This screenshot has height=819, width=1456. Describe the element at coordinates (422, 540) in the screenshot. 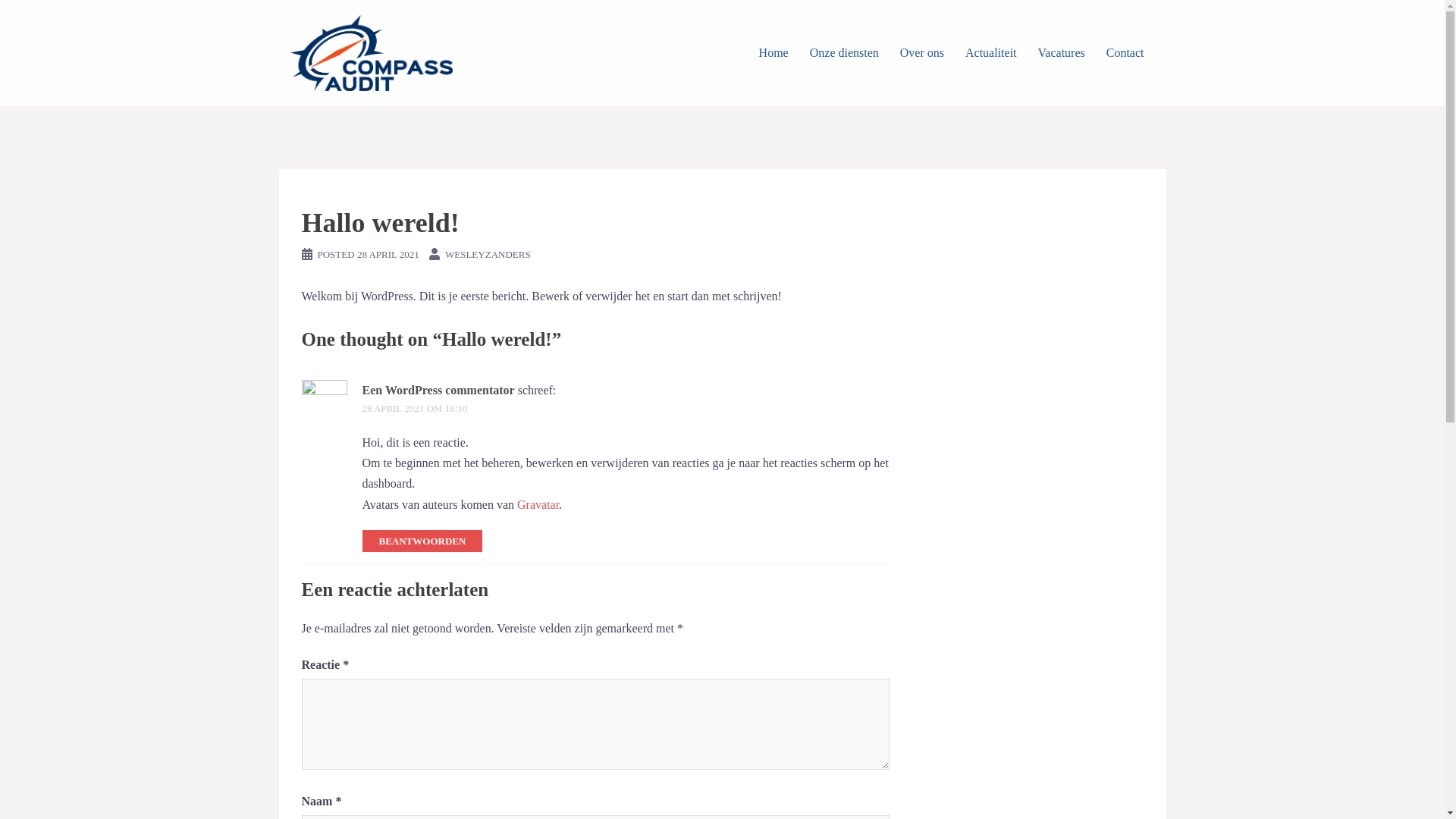

I see `'BEANTWOORDEN'` at that location.